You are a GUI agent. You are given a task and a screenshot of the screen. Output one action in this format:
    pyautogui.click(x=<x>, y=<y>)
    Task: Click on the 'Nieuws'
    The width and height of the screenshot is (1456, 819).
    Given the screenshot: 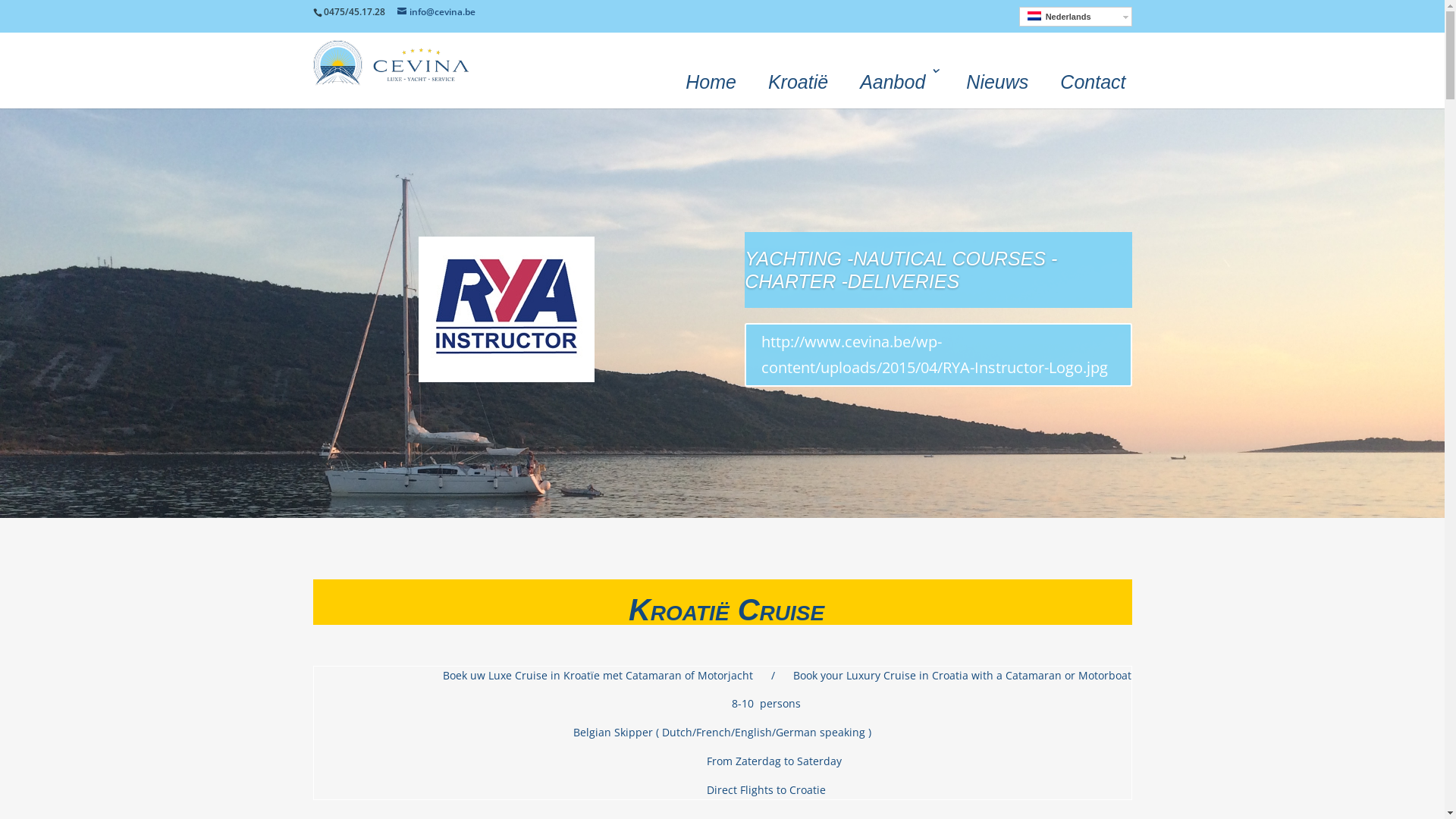 What is the action you would take?
    pyautogui.click(x=997, y=79)
    